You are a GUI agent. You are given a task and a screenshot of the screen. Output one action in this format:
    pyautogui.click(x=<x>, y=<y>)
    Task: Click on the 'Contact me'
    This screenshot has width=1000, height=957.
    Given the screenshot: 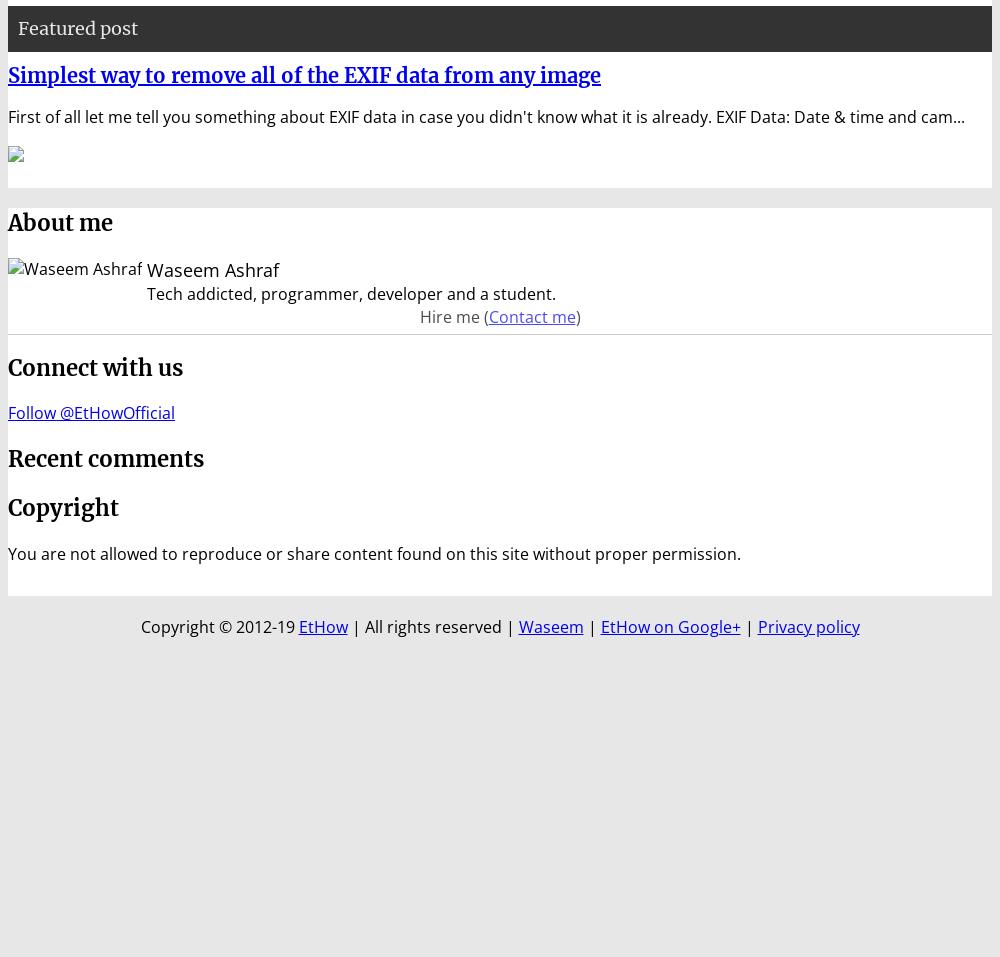 What is the action you would take?
    pyautogui.click(x=487, y=316)
    